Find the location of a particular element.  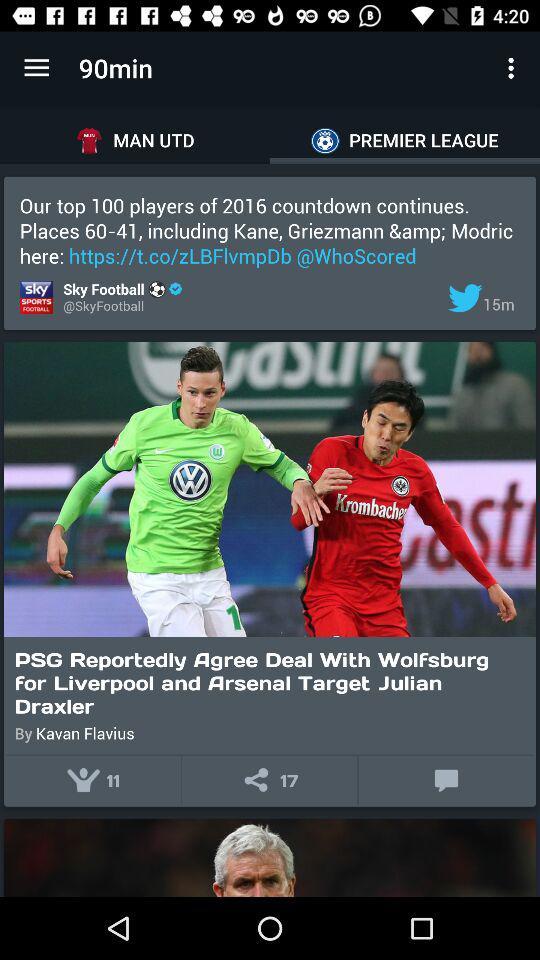

the item to the left of the 90min item is located at coordinates (36, 68).